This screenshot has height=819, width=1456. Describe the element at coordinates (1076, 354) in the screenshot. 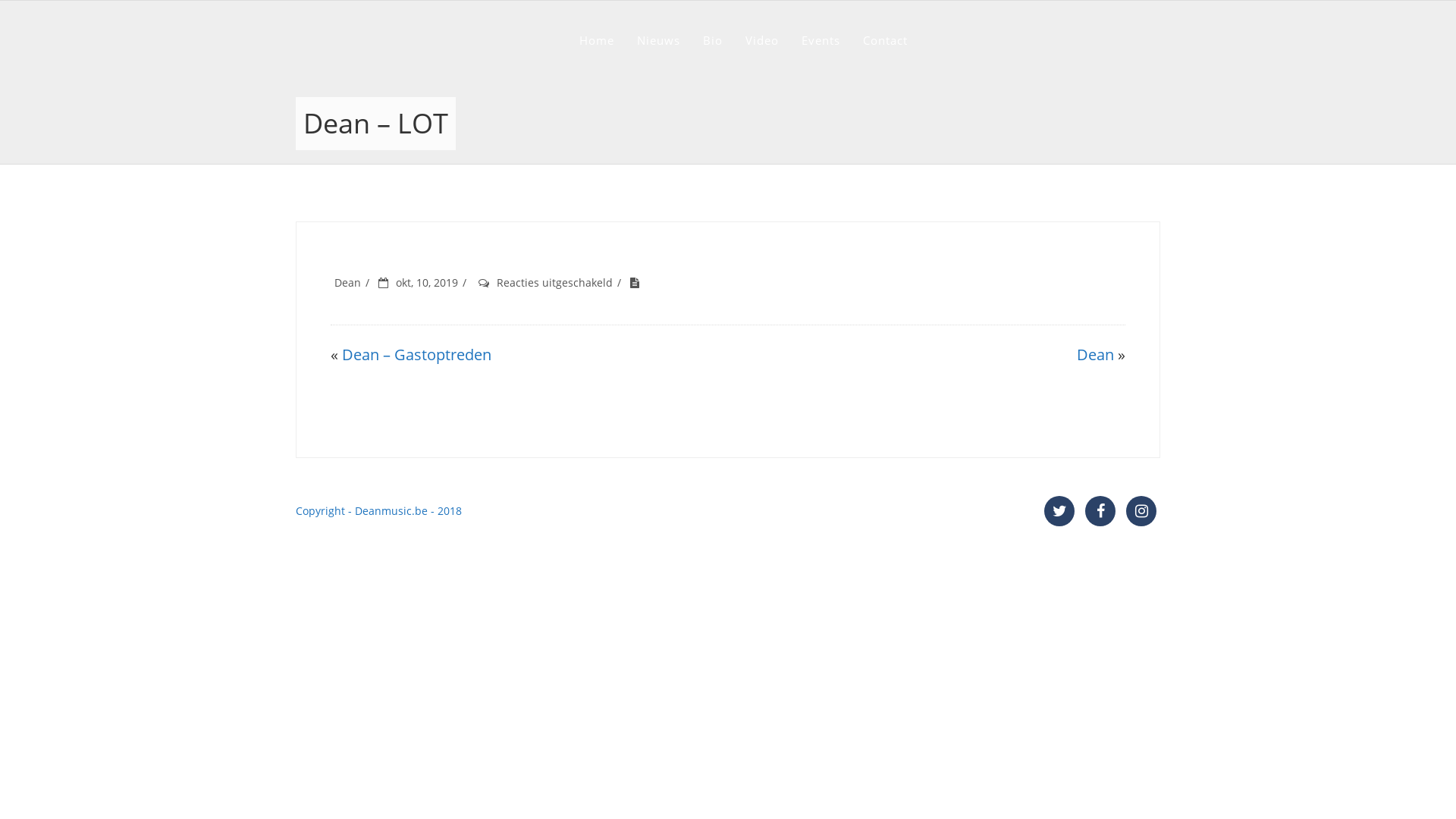

I see `'Dean'` at that location.